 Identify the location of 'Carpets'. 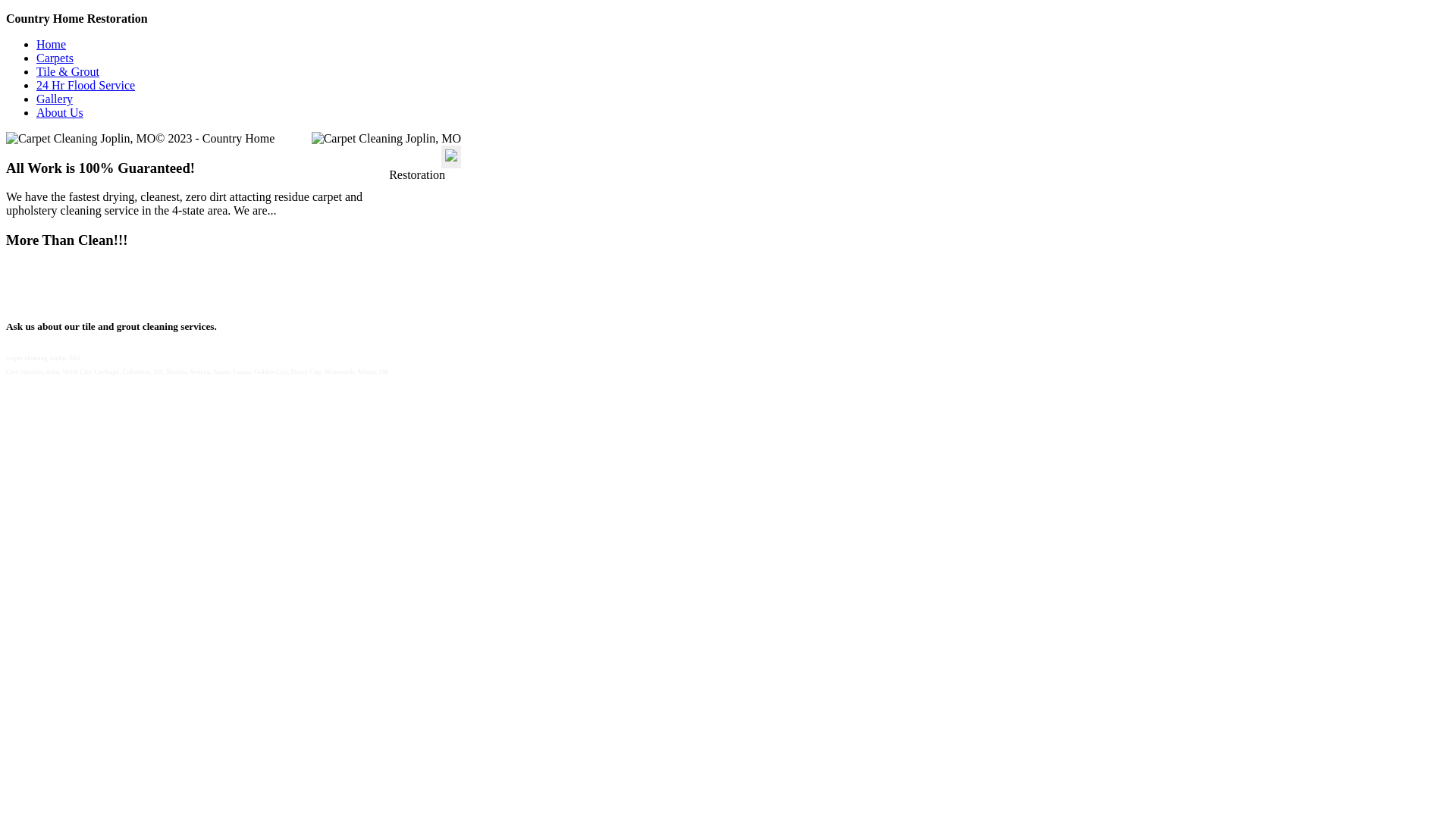
(36, 57).